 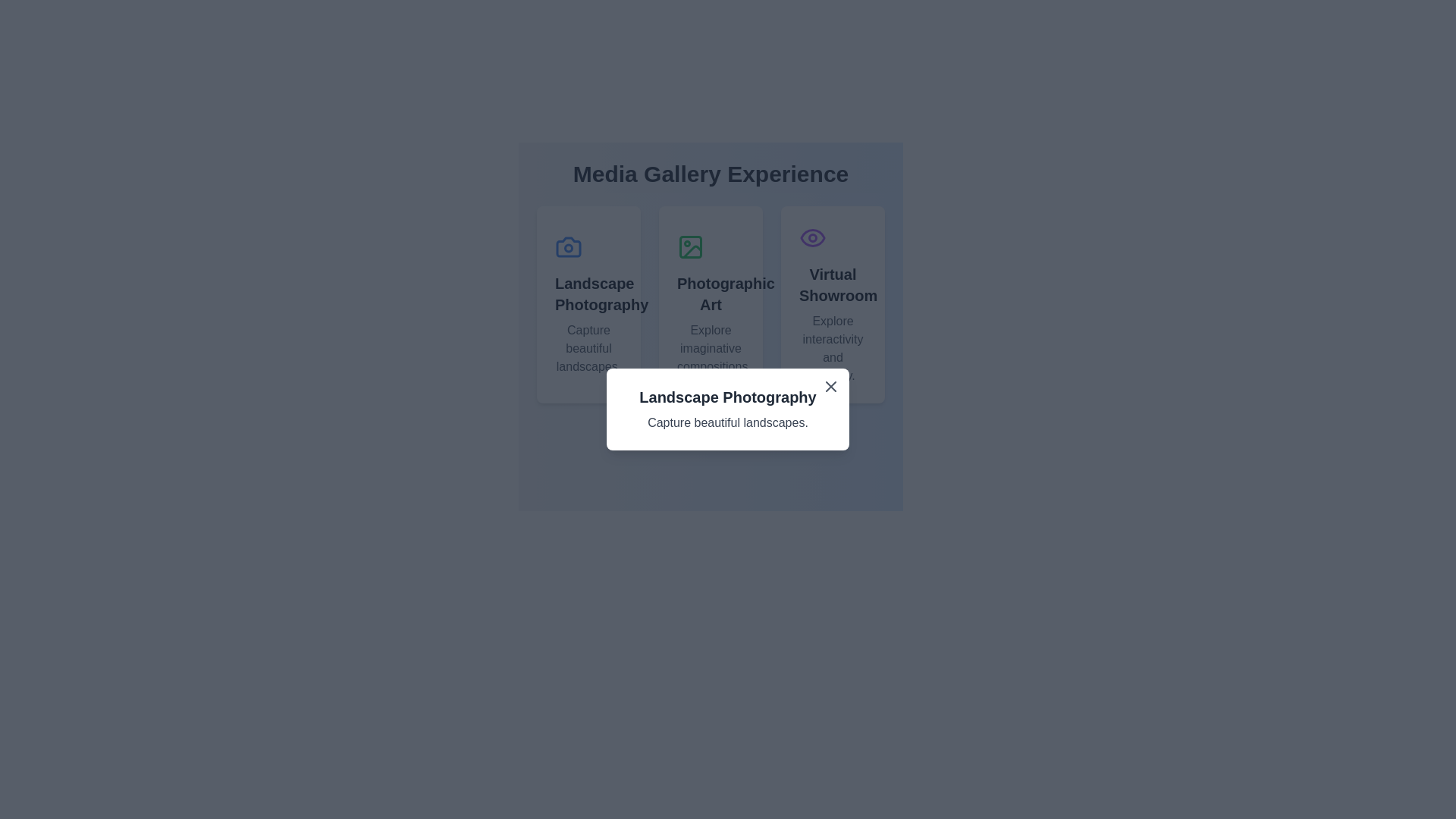 I want to click on the interactive card, so click(x=710, y=304).